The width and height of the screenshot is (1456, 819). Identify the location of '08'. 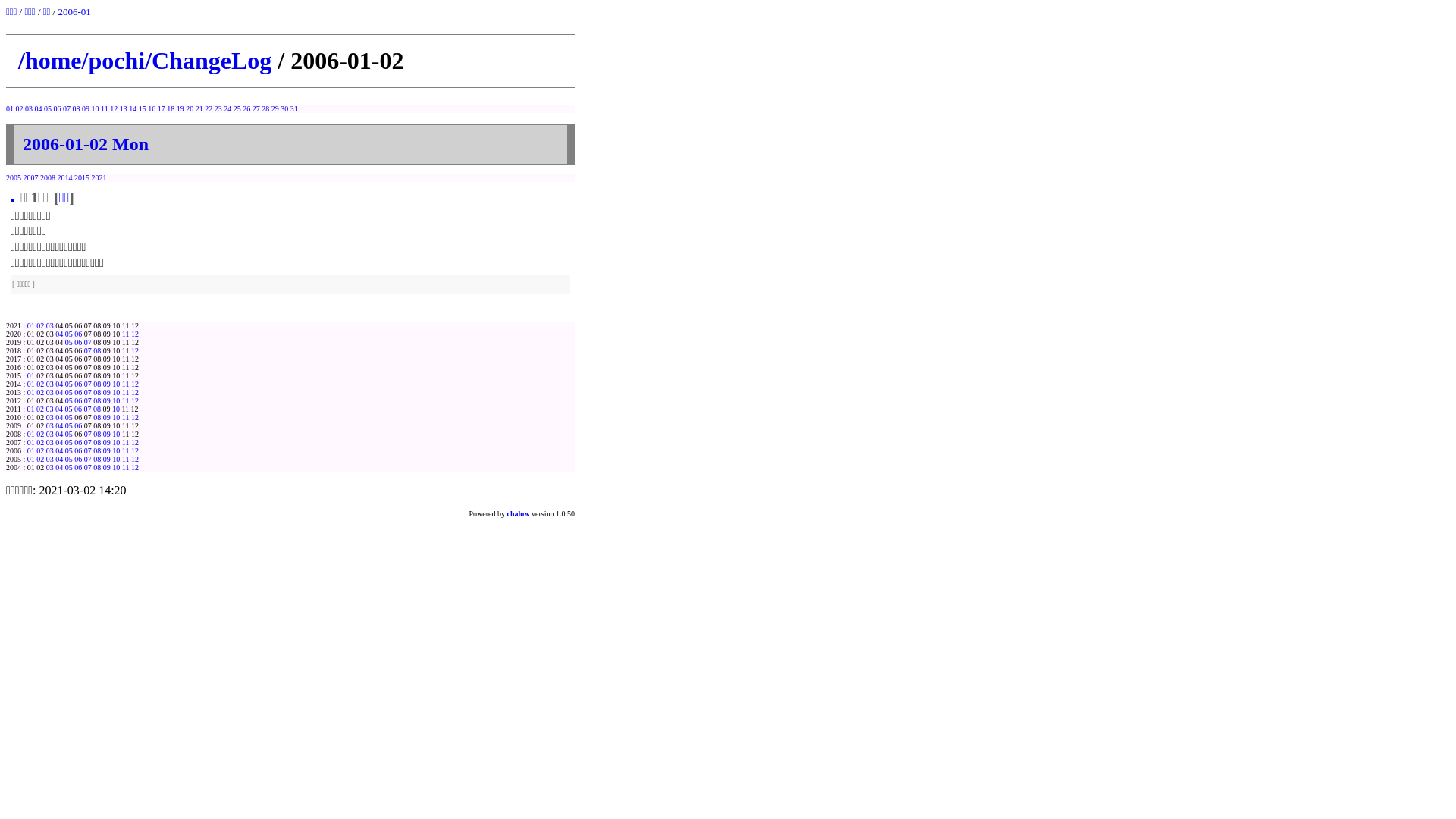
(96, 391).